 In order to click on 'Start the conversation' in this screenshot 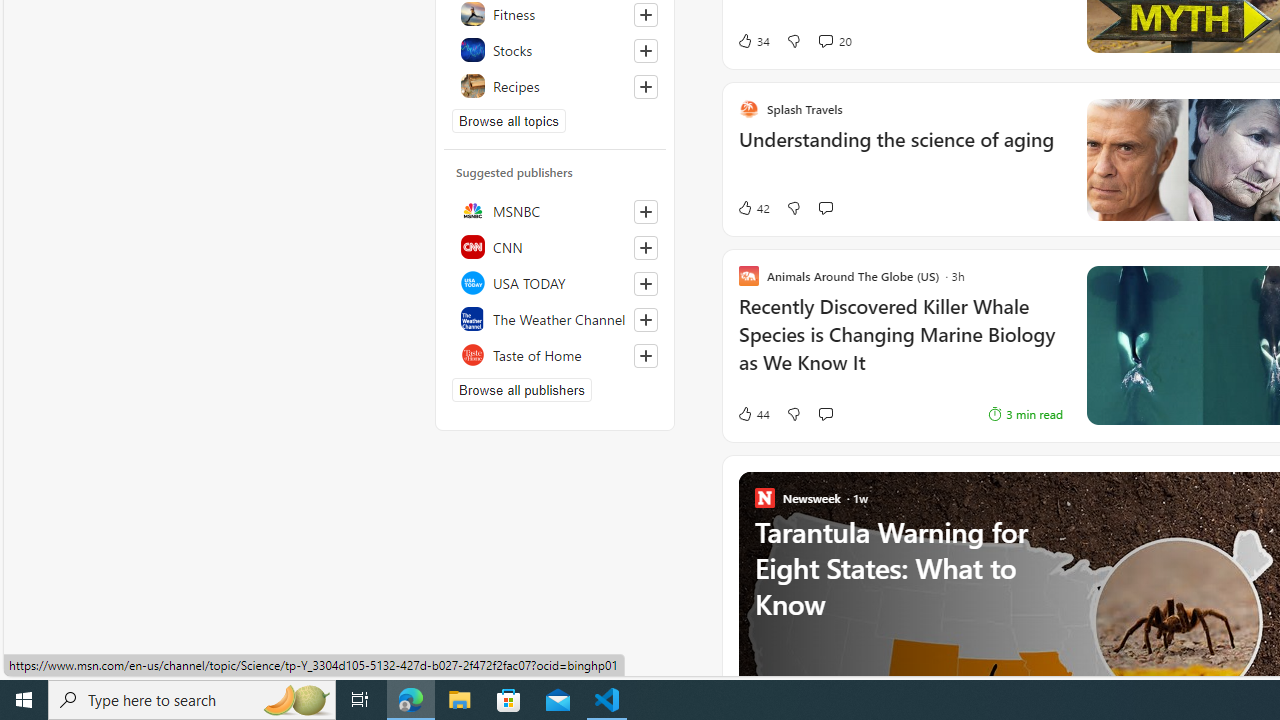, I will do `click(825, 413)`.